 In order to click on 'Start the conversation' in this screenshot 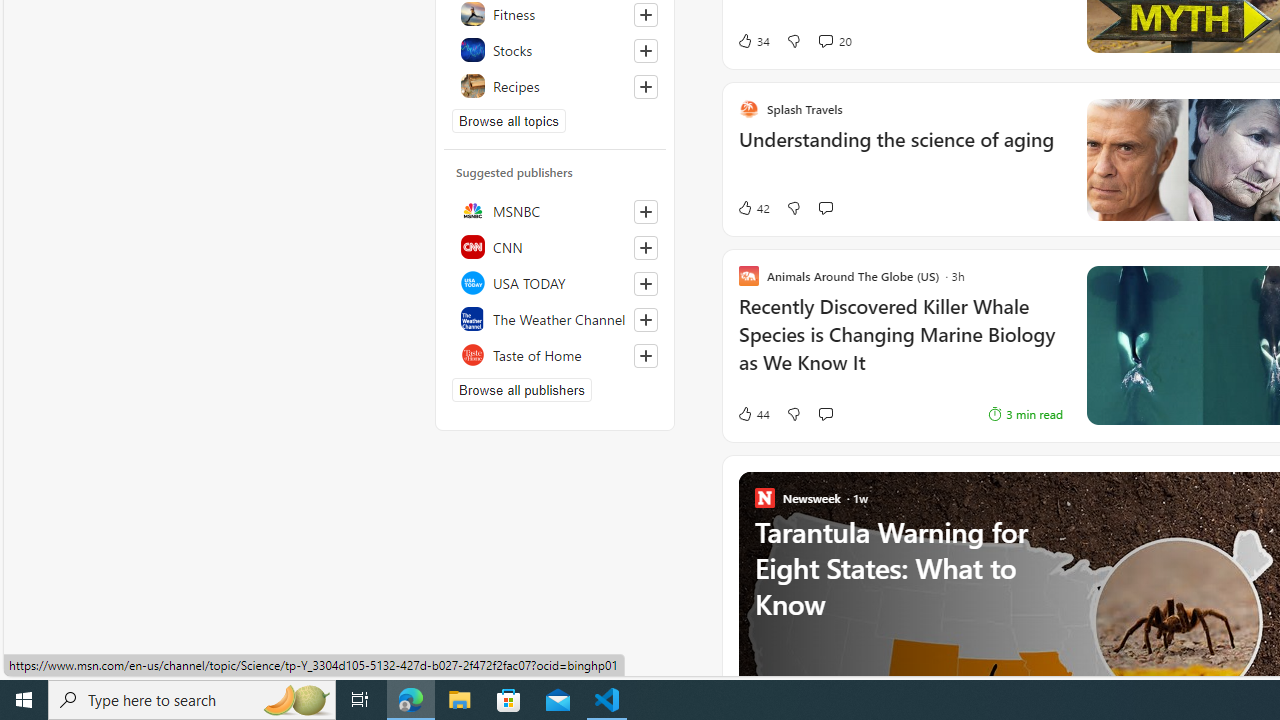, I will do `click(825, 413)`.